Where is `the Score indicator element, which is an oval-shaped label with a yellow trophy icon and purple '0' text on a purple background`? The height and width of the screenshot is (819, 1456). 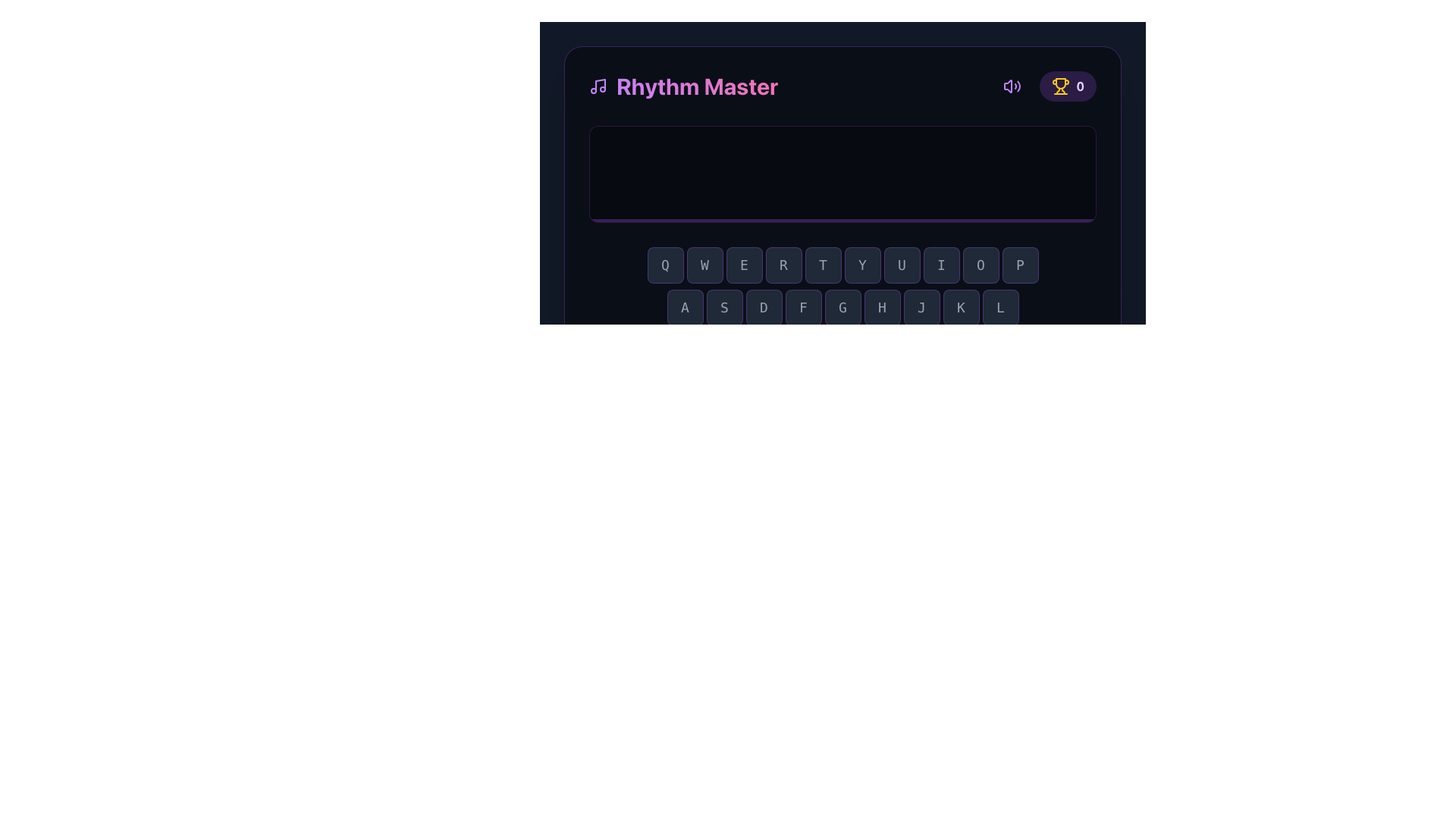 the Score indicator element, which is an oval-shaped label with a yellow trophy icon and purple '0' text on a purple background is located at coordinates (1067, 86).